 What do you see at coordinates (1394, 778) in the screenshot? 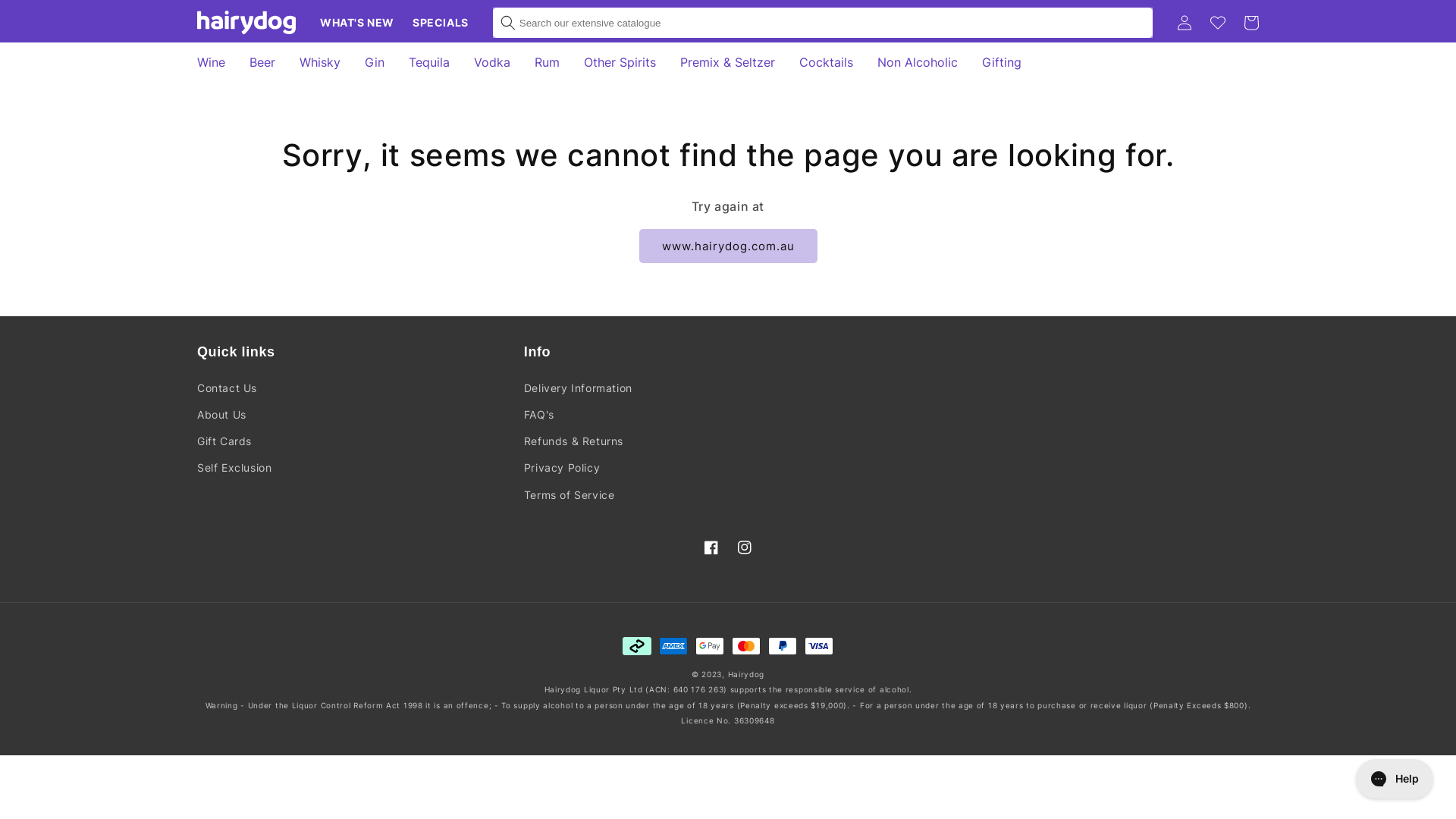
I see `'Gorgias live chat messenger'` at bounding box center [1394, 778].